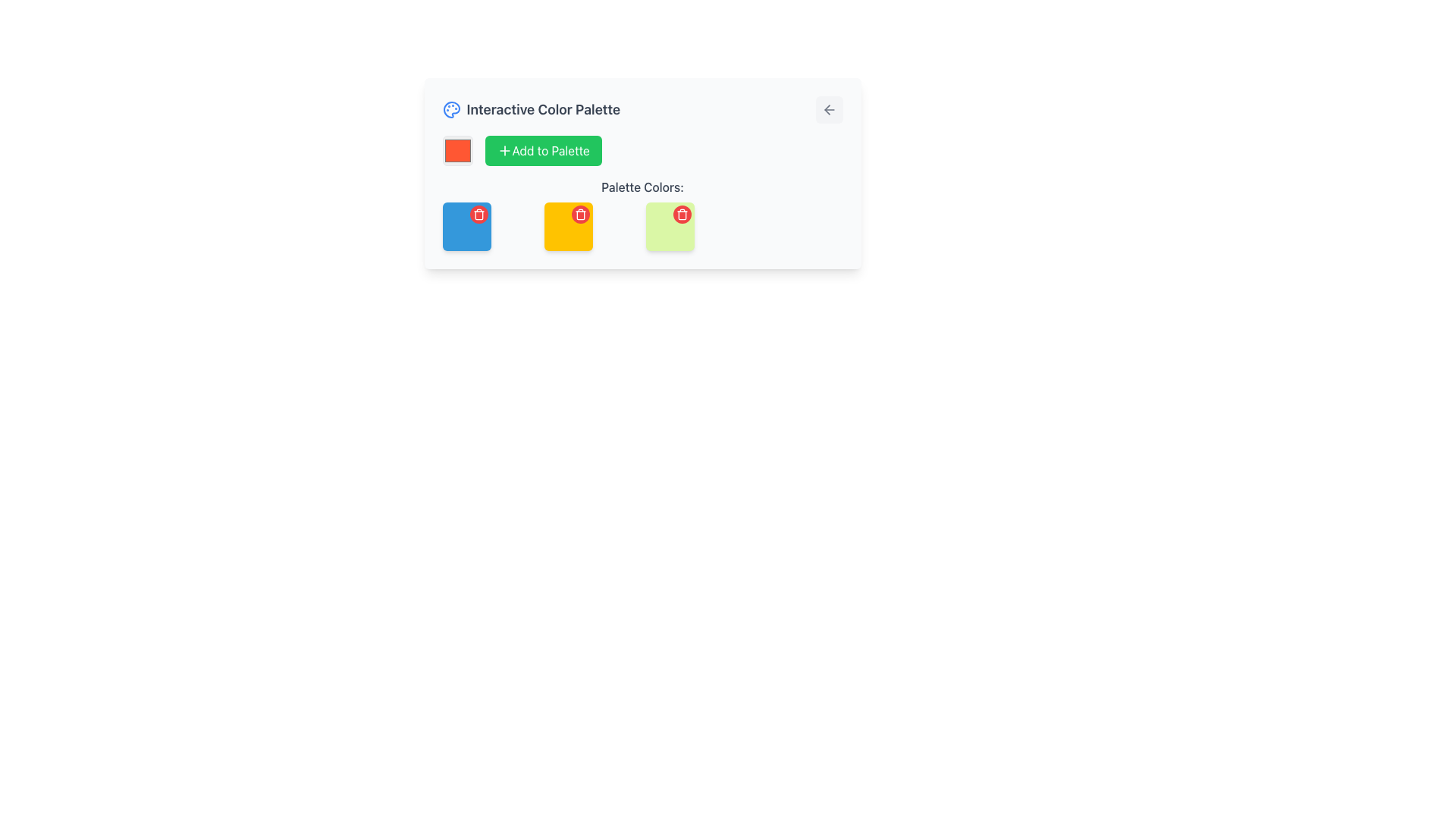  I want to click on the trash icon styled as a deletion button located at the top-right corner of the interactive buttons in the 'Palette Colors' section, so click(681, 214).